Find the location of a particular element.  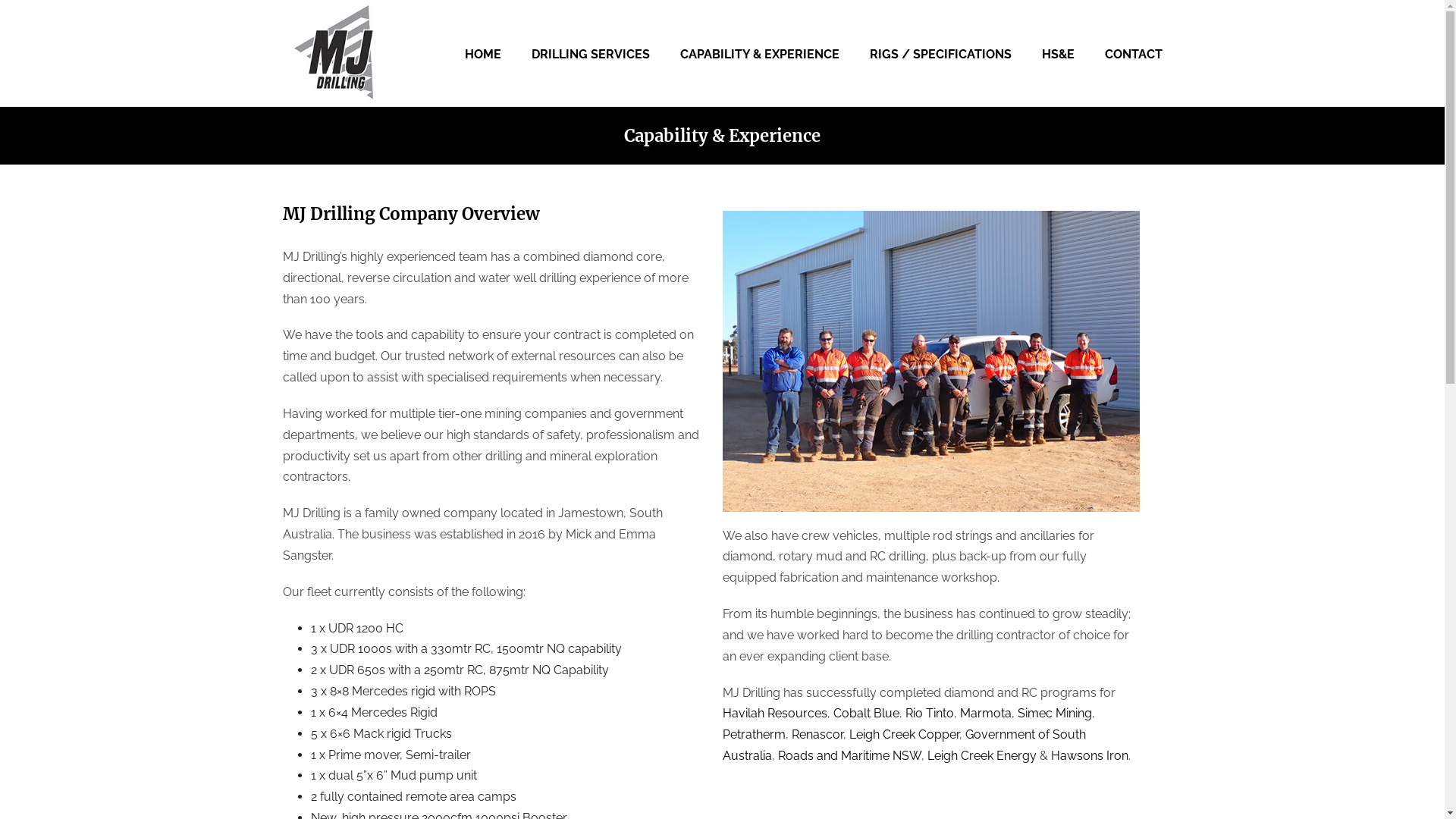

'Roads and Maritime NSW' is located at coordinates (849, 755).